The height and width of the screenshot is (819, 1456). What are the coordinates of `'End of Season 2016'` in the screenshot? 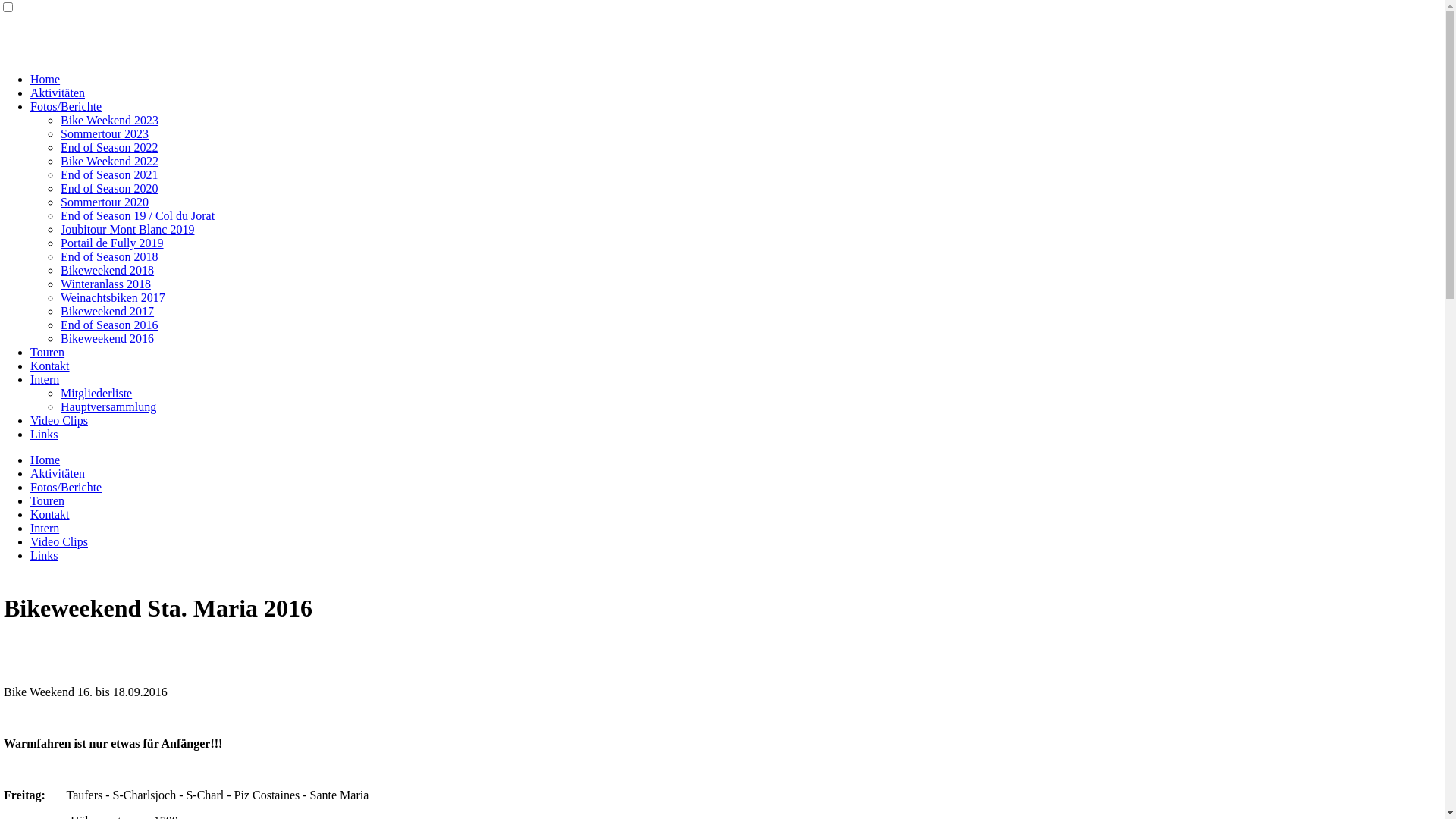 It's located at (108, 324).